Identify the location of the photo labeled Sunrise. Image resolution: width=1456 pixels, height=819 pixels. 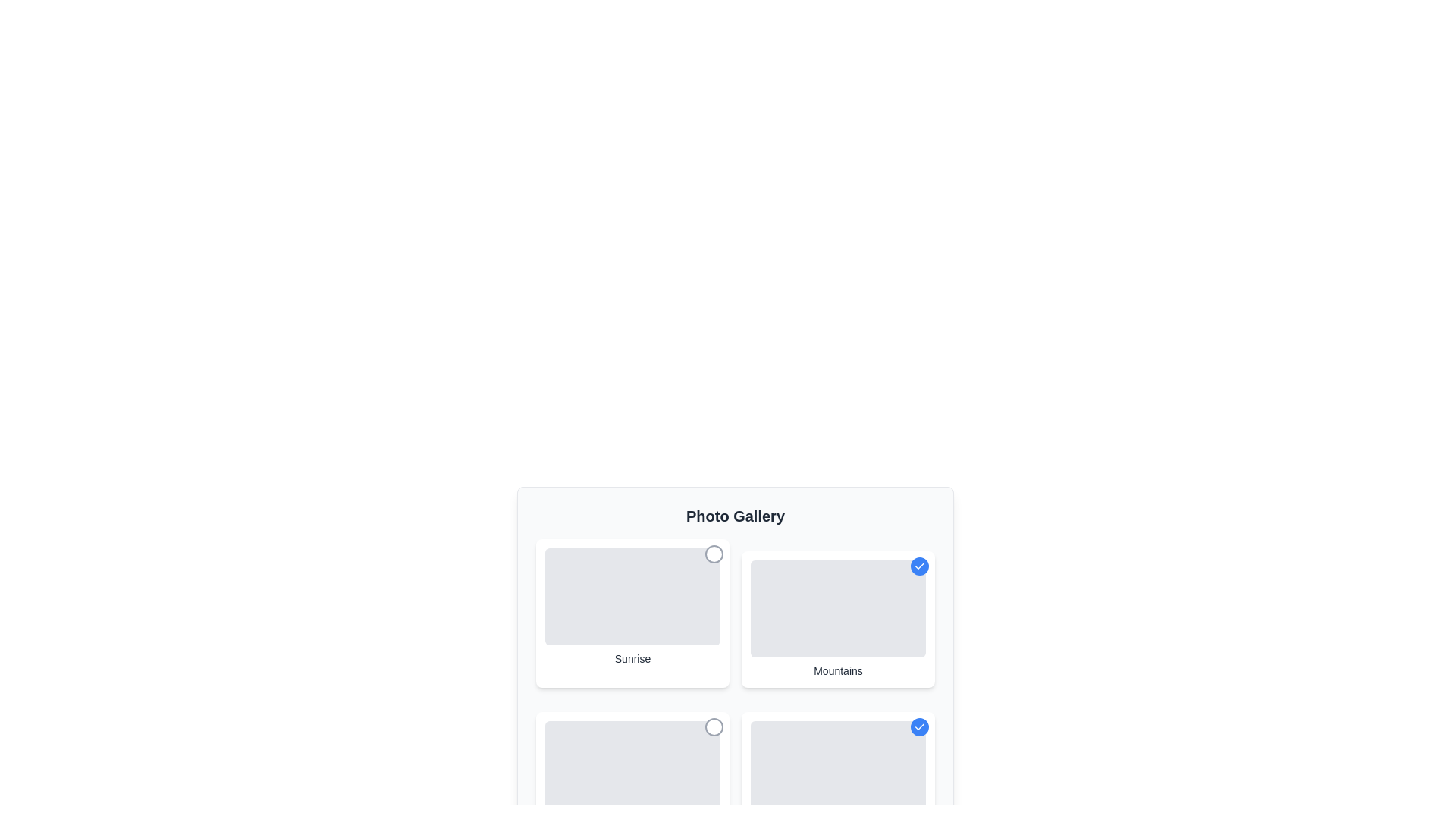
(713, 554).